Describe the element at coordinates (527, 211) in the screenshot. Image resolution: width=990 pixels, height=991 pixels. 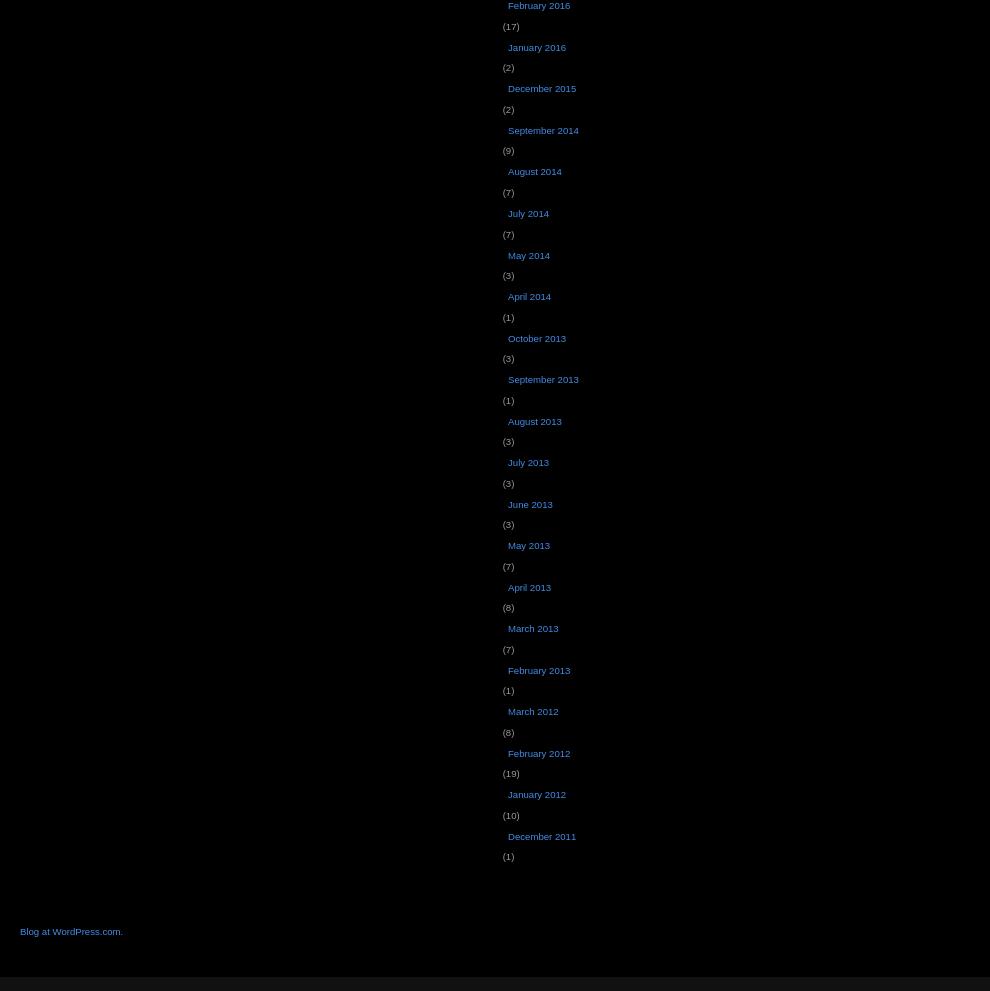
I see `'July 2014'` at that location.